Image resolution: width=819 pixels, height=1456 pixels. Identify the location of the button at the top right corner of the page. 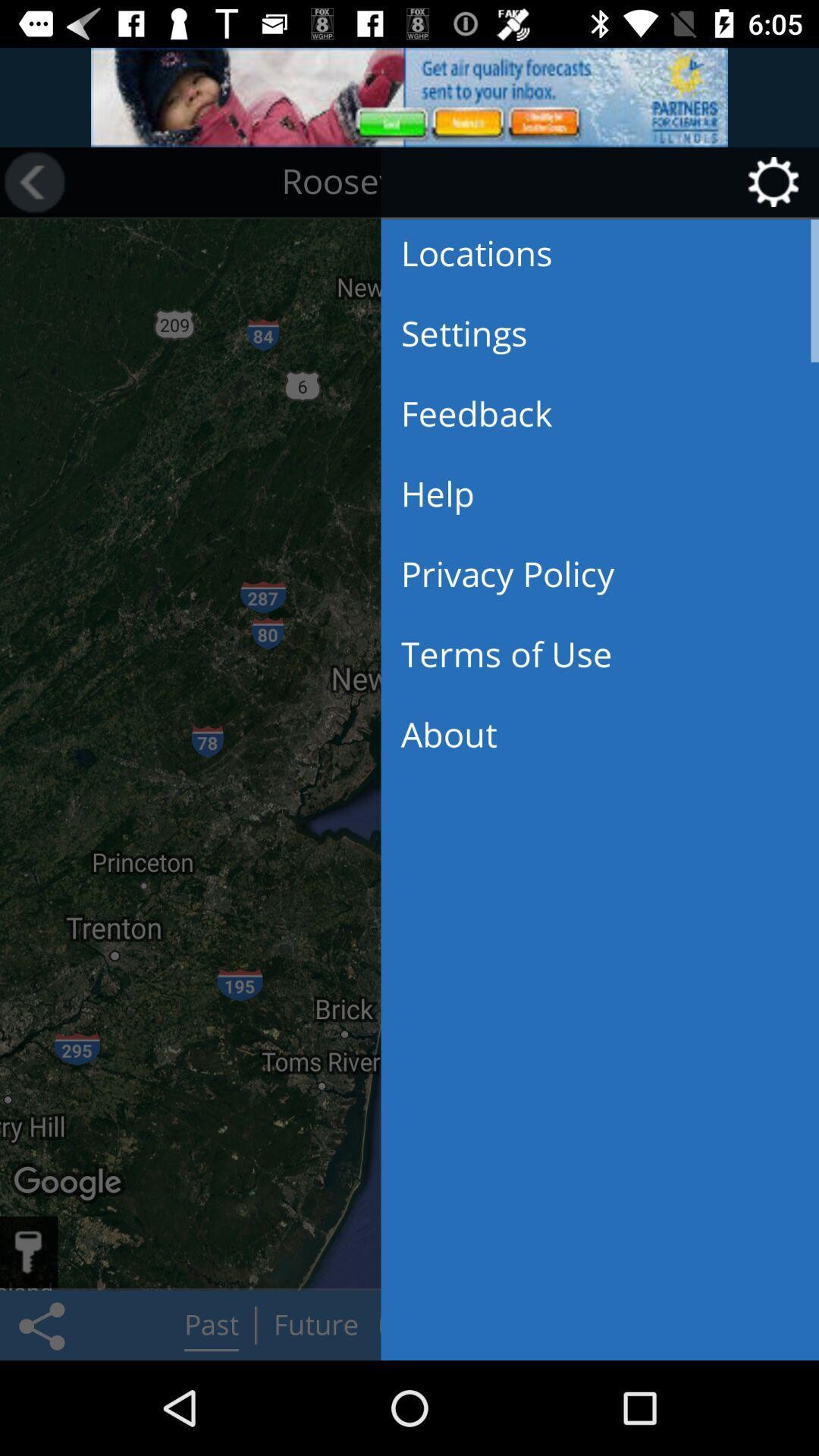
(599, 182).